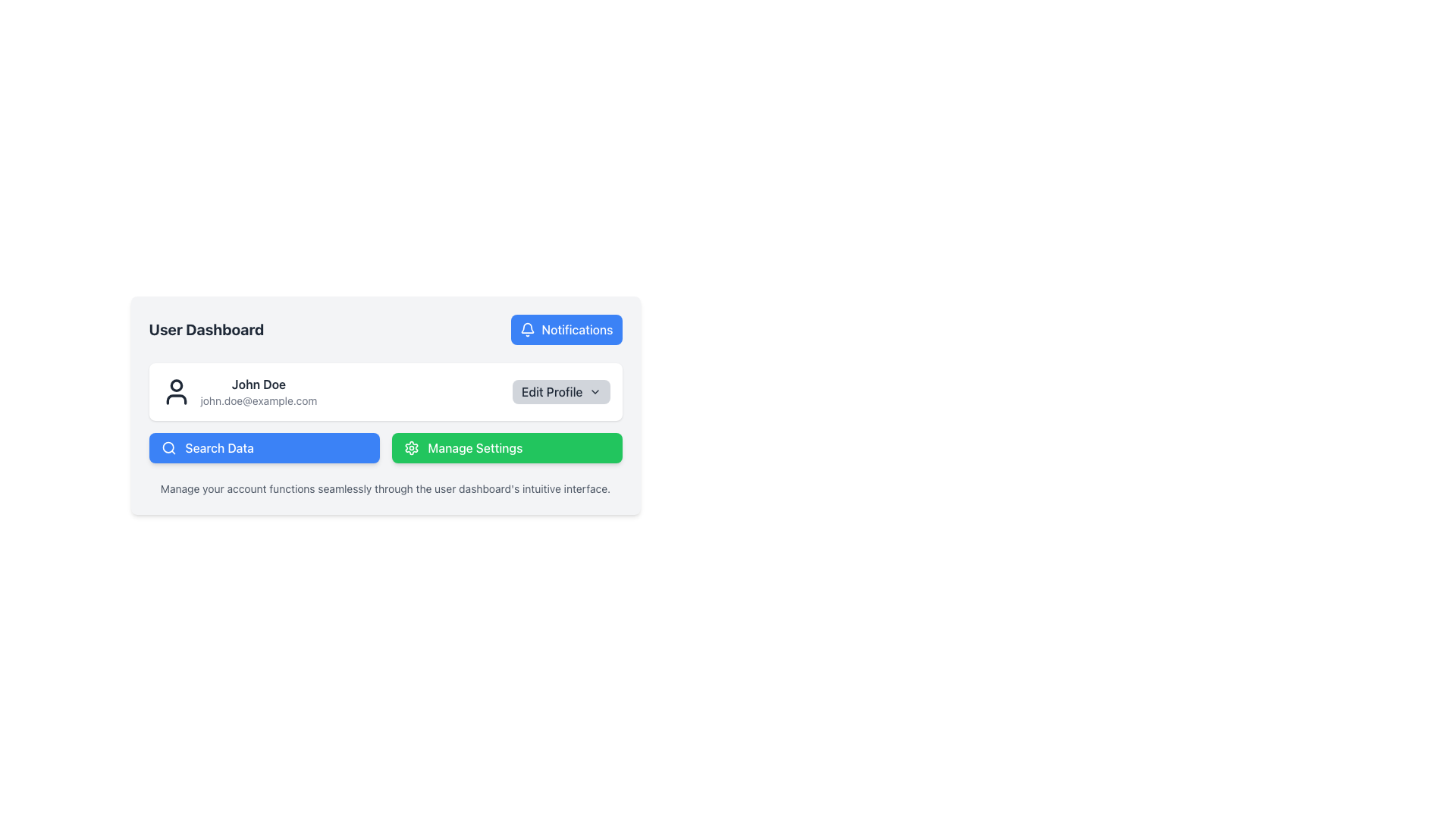  What do you see at coordinates (411, 447) in the screenshot?
I see `the settings icon, which is a cogwheel shape with a green background and white outline, located to the left of the 'Manage Settings' button` at bounding box center [411, 447].